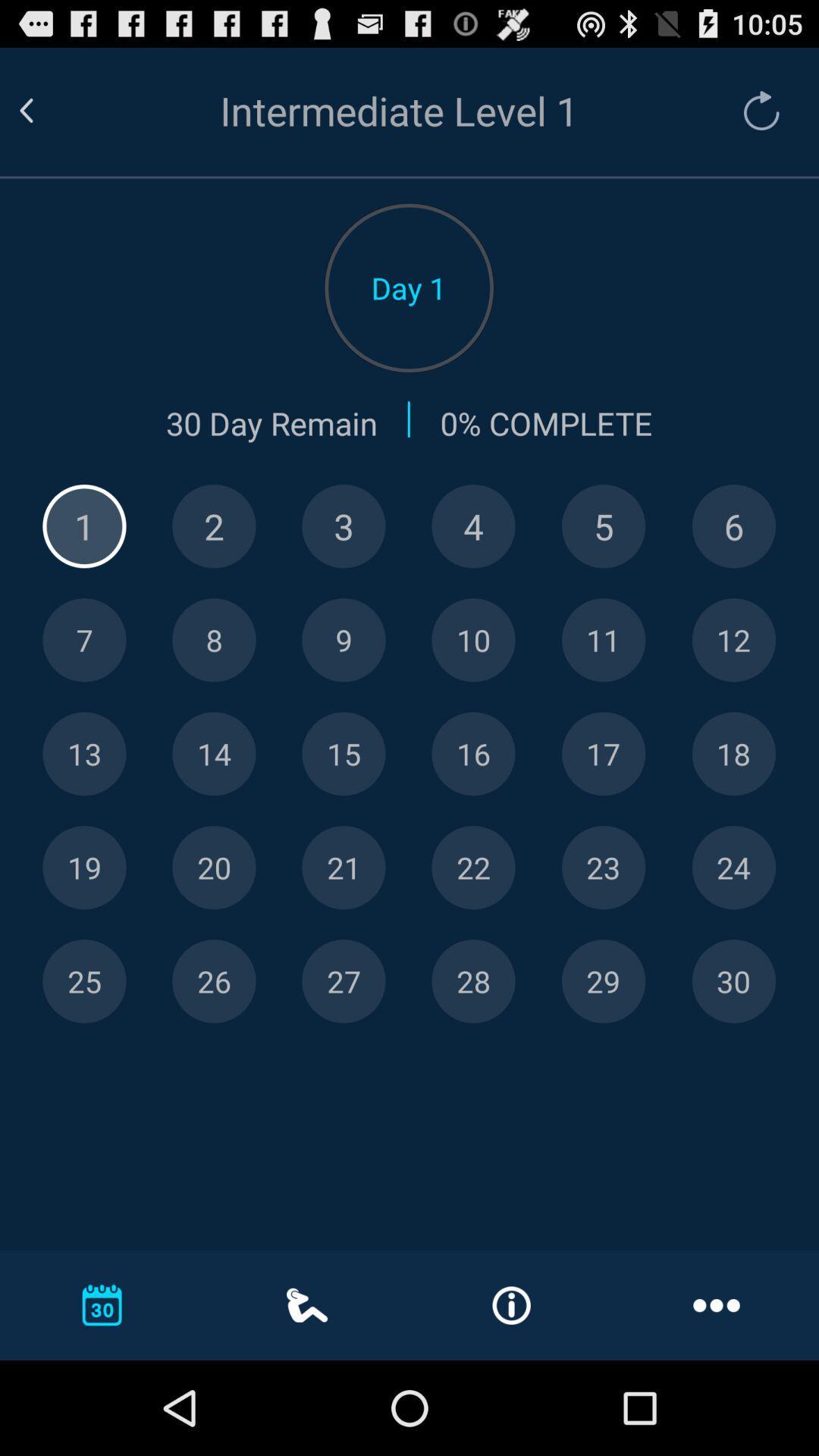  What do you see at coordinates (754, 110) in the screenshot?
I see `refresh screen` at bounding box center [754, 110].